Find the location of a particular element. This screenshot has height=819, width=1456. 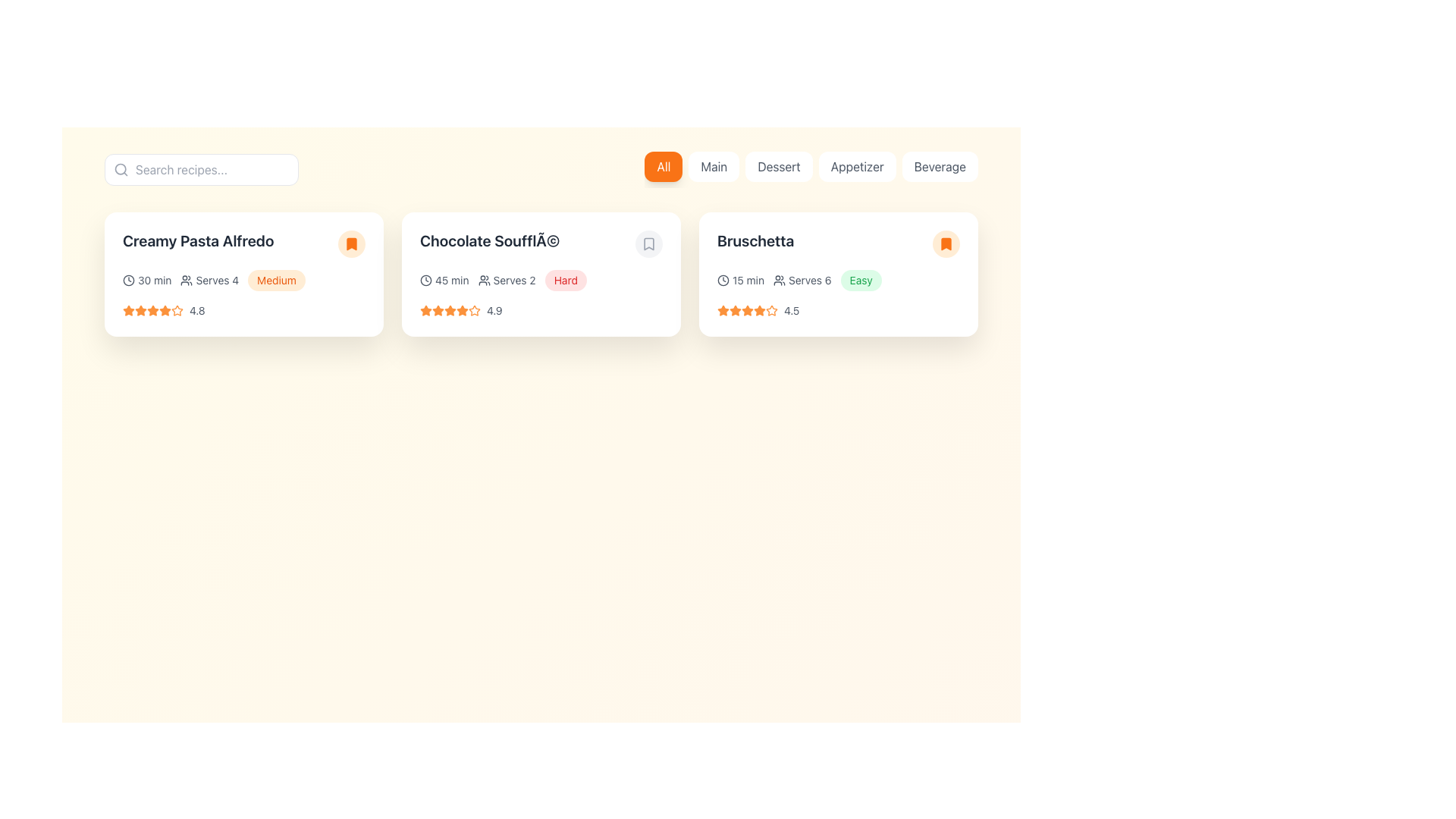

information displayed about the number of servings the recipe yields, located in the first recipe card next to the user icon and to the left of the 'Medium' tag is located at coordinates (216, 281).